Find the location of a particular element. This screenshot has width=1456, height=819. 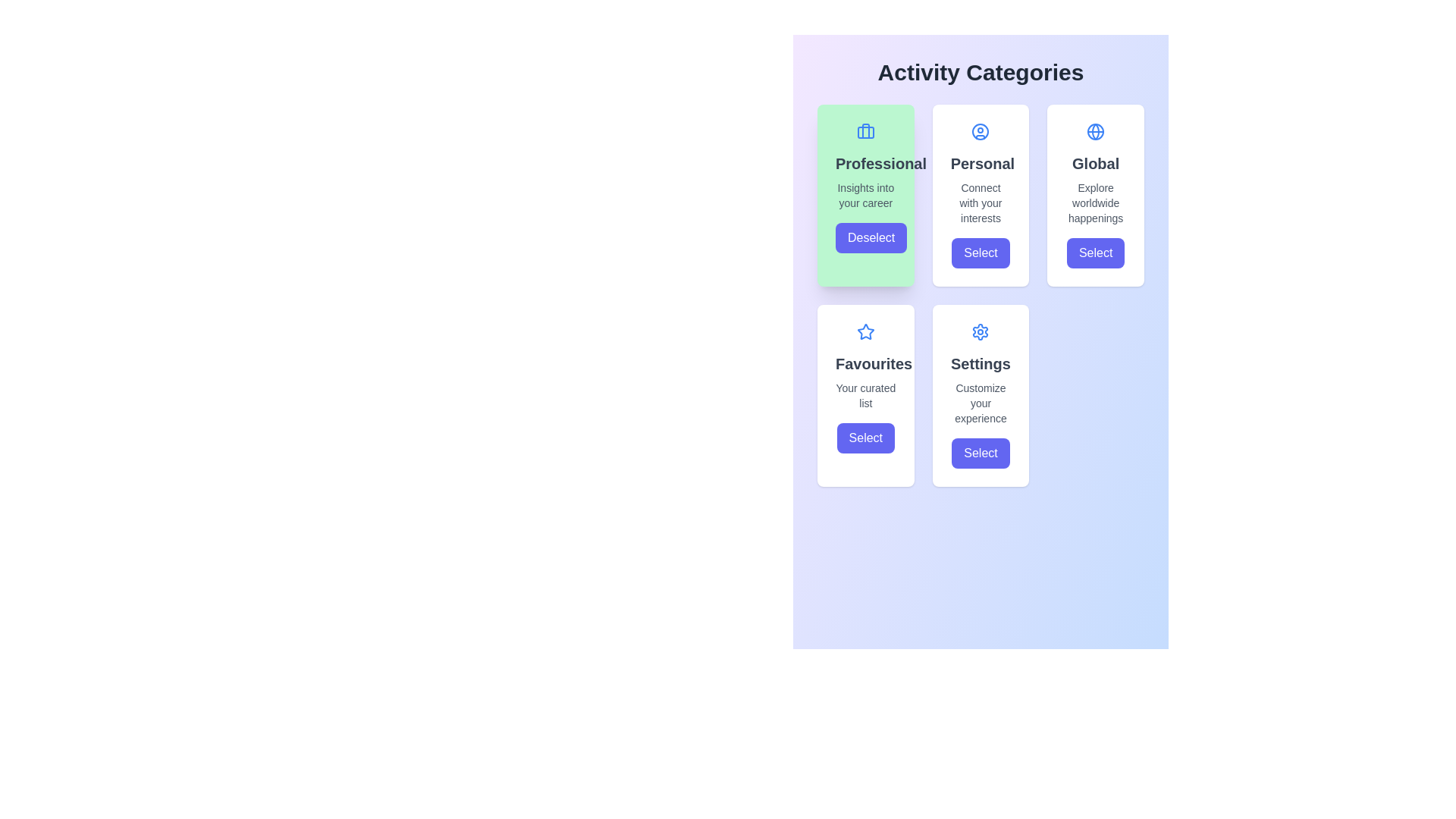

contents of the fifth card in the grid layout, which allows users to customize their experience by accessing settings is located at coordinates (981, 394).